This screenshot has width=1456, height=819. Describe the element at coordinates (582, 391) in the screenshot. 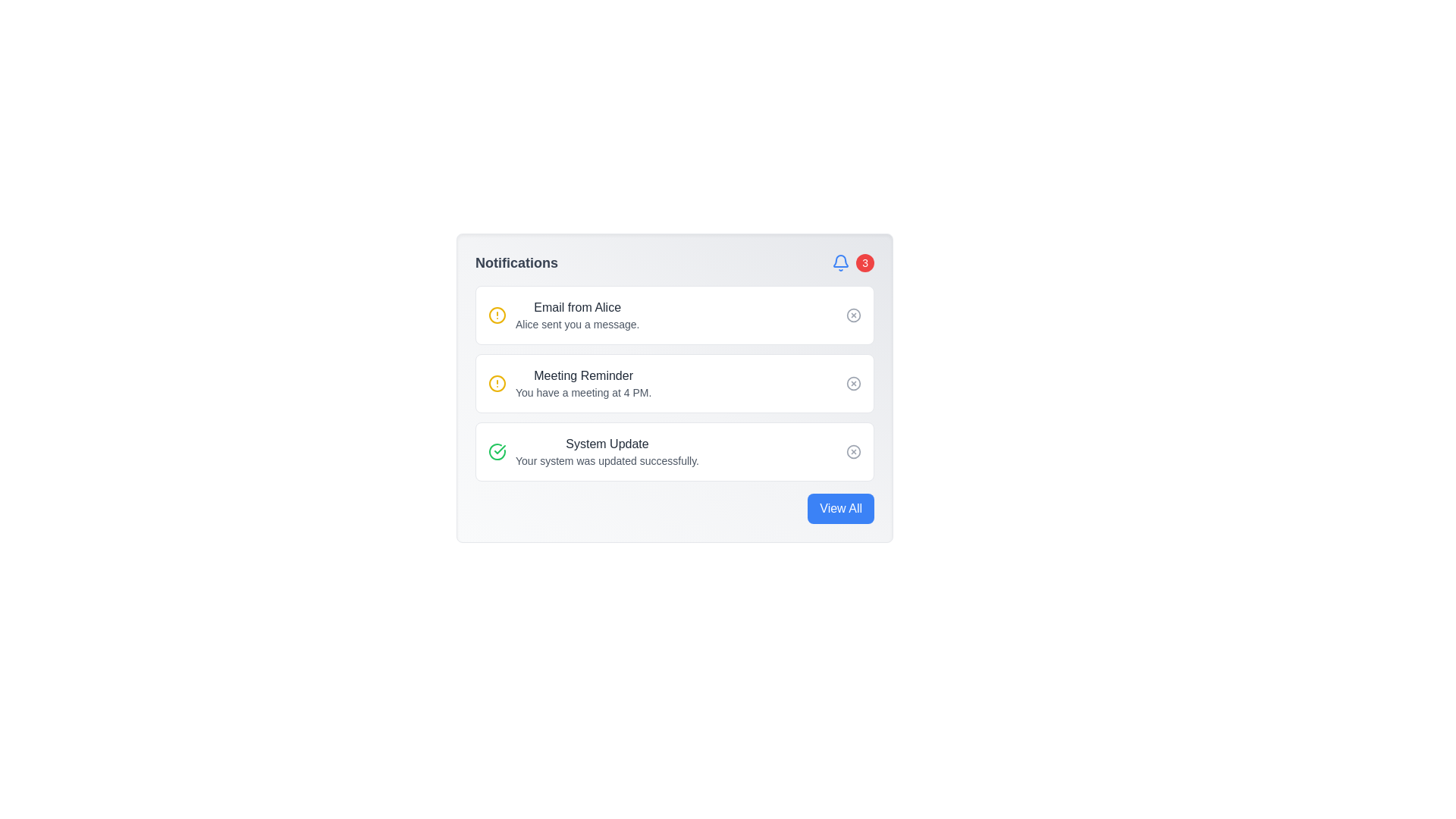

I see `the text snippet that reads 'You have a meeting at 4 PM.' located within the 'Meeting Reminder' notification tile` at that location.